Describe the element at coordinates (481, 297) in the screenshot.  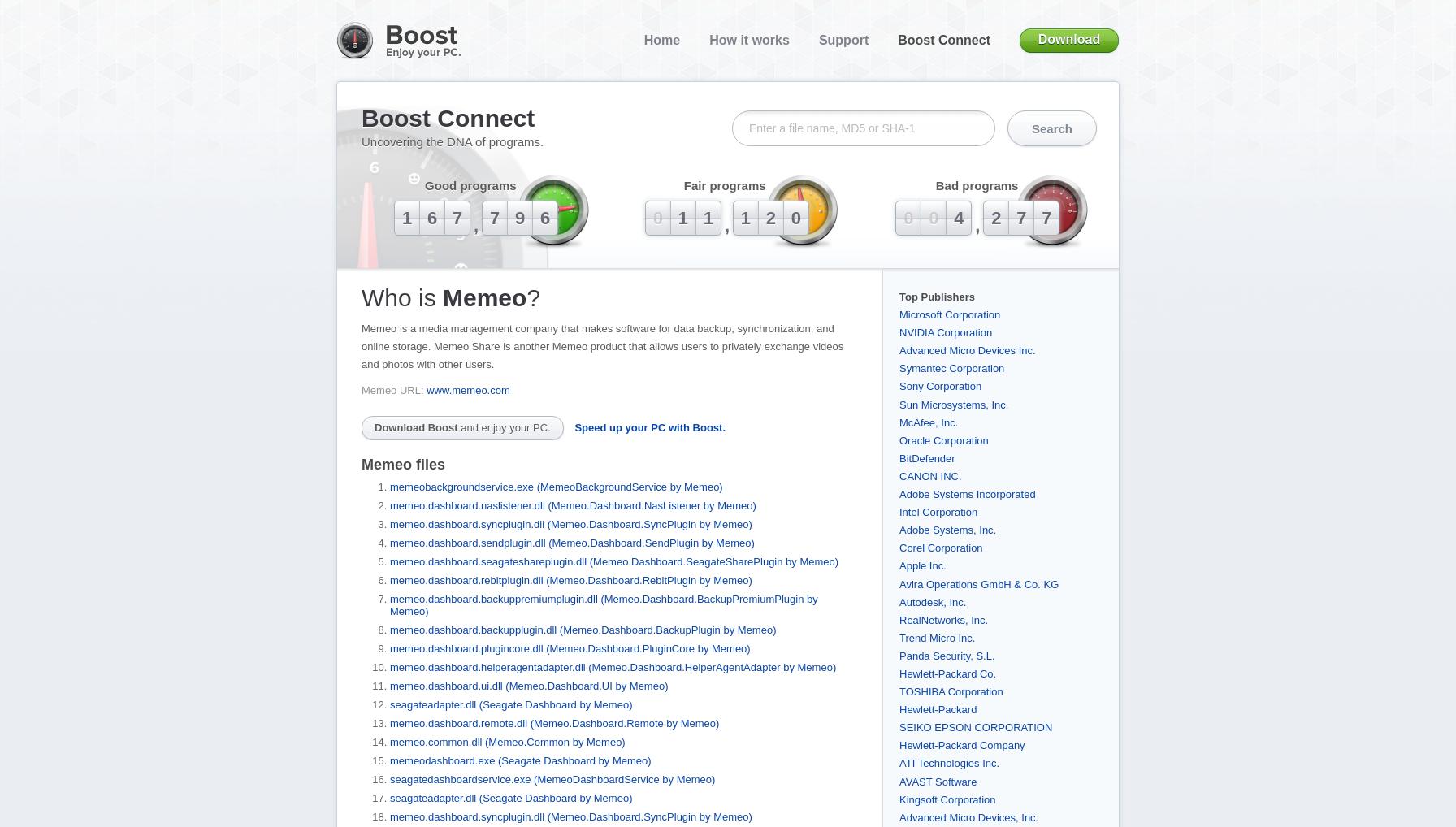
I see `'Memeo'` at that location.